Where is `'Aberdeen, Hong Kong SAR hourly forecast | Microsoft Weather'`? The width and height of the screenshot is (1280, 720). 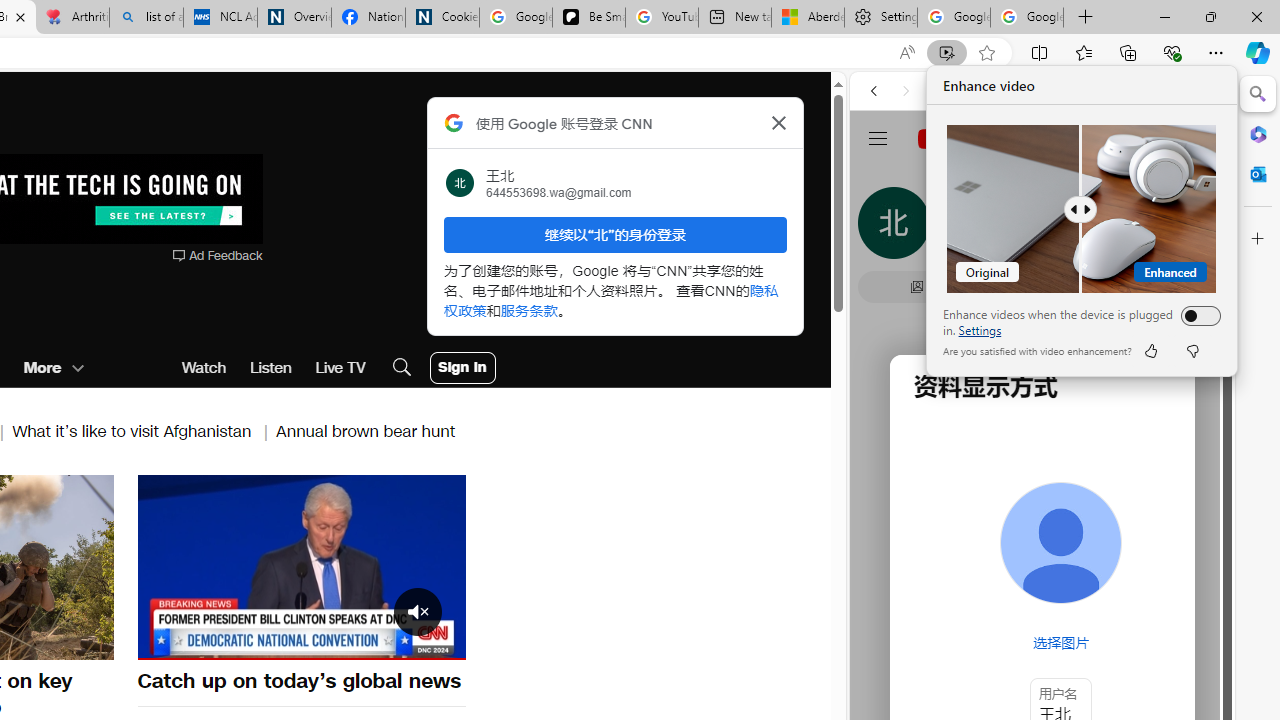
'Aberdeen, Hong Kong SAR hourly forecast | Microsoft Weather' is located at coordinates (807, 17).